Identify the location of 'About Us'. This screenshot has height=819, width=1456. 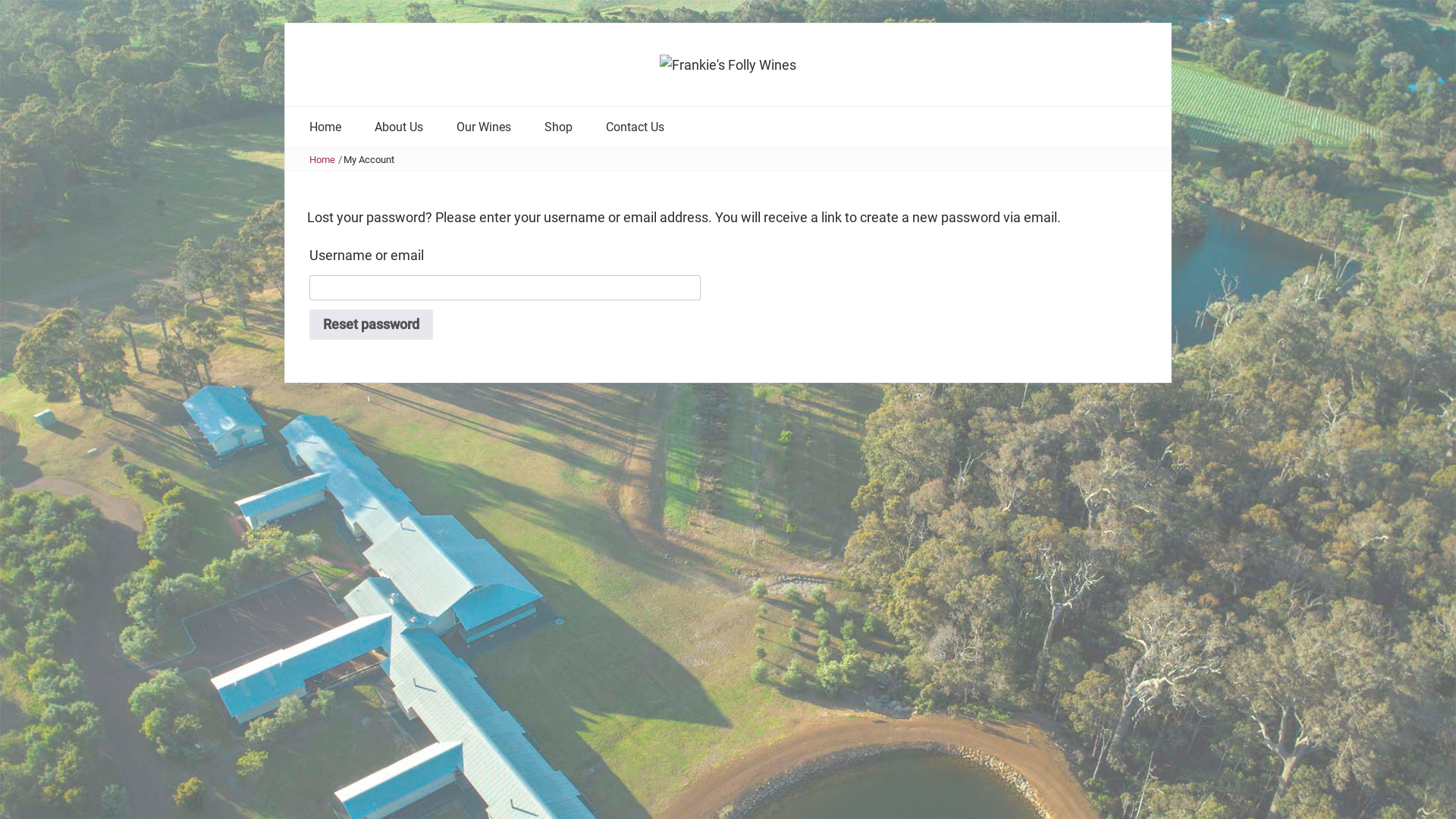
(359, 127).